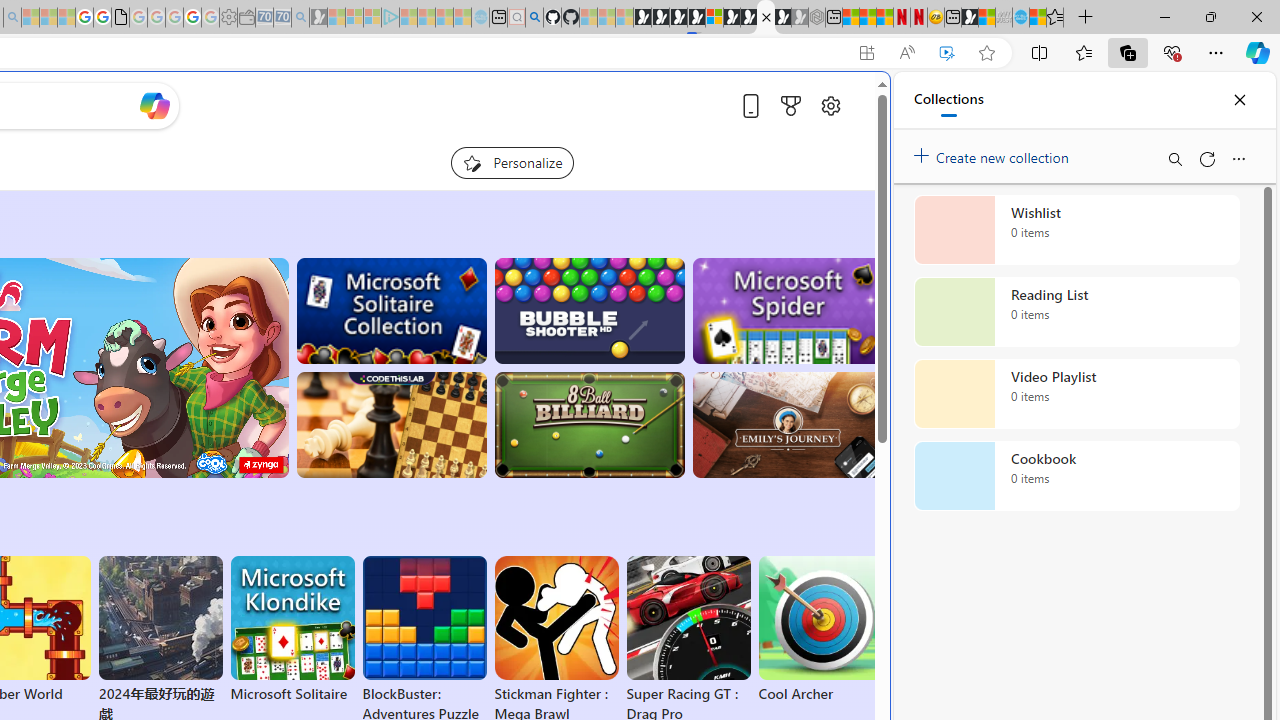  I want to click on 'Master Chess', so click(391, 424).